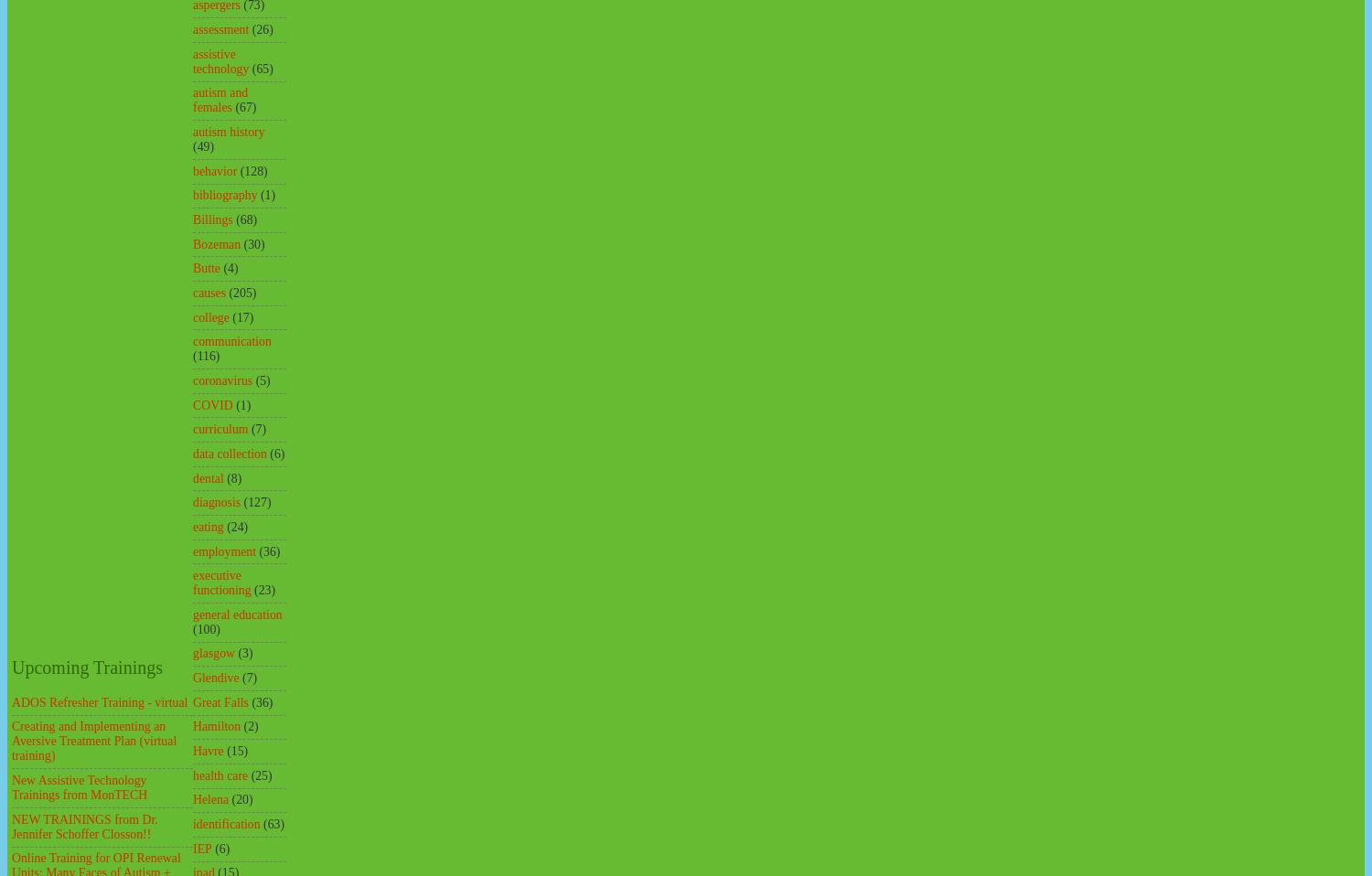  What do you see at coordinates (253, 589) in the screenshot?
I see `'(23)'` at bounding box center [253, 589].